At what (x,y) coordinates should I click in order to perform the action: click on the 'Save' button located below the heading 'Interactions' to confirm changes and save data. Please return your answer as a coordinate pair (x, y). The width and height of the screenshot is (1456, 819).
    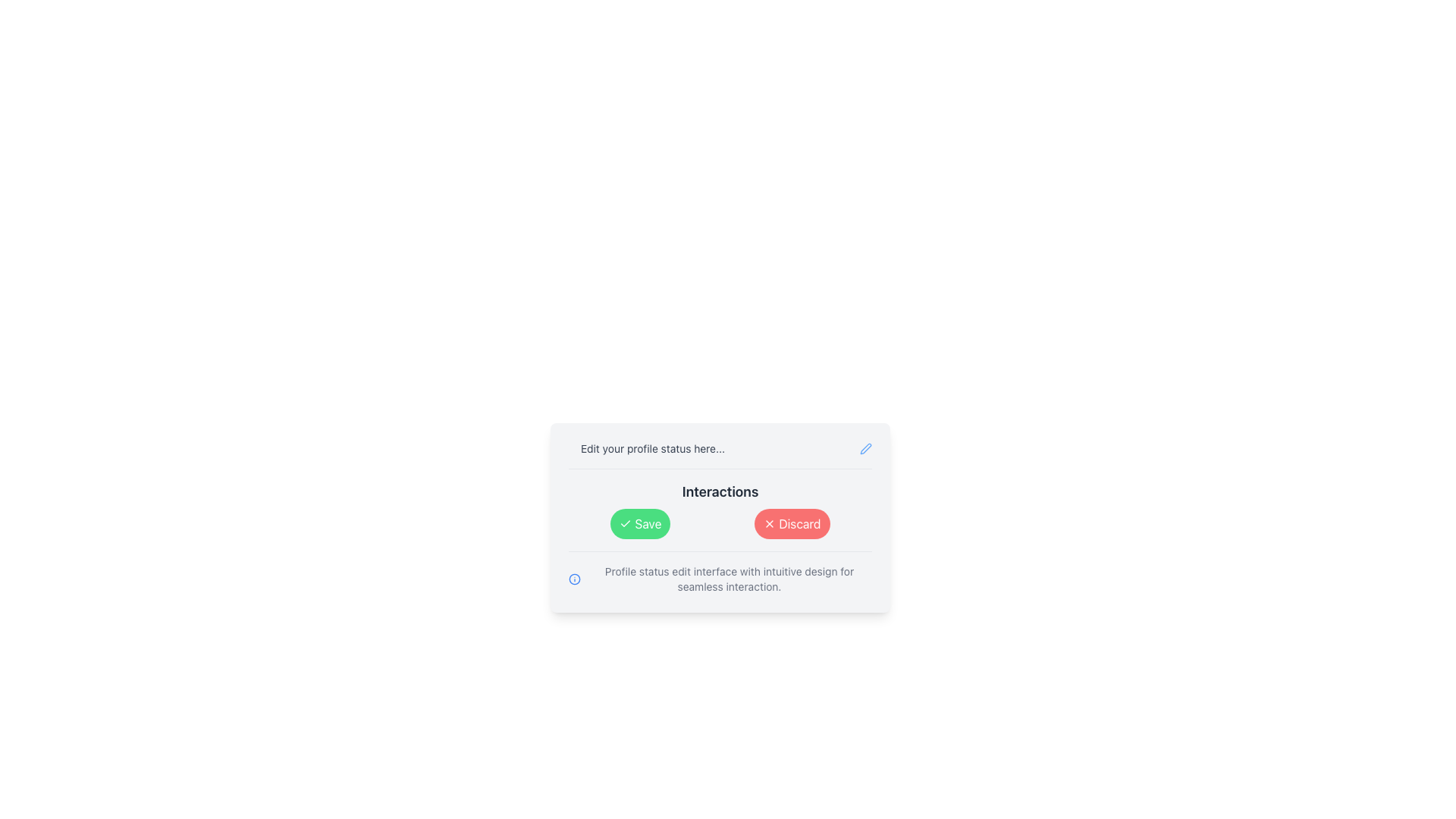
    Looking at the image, I should click on (640, 522).